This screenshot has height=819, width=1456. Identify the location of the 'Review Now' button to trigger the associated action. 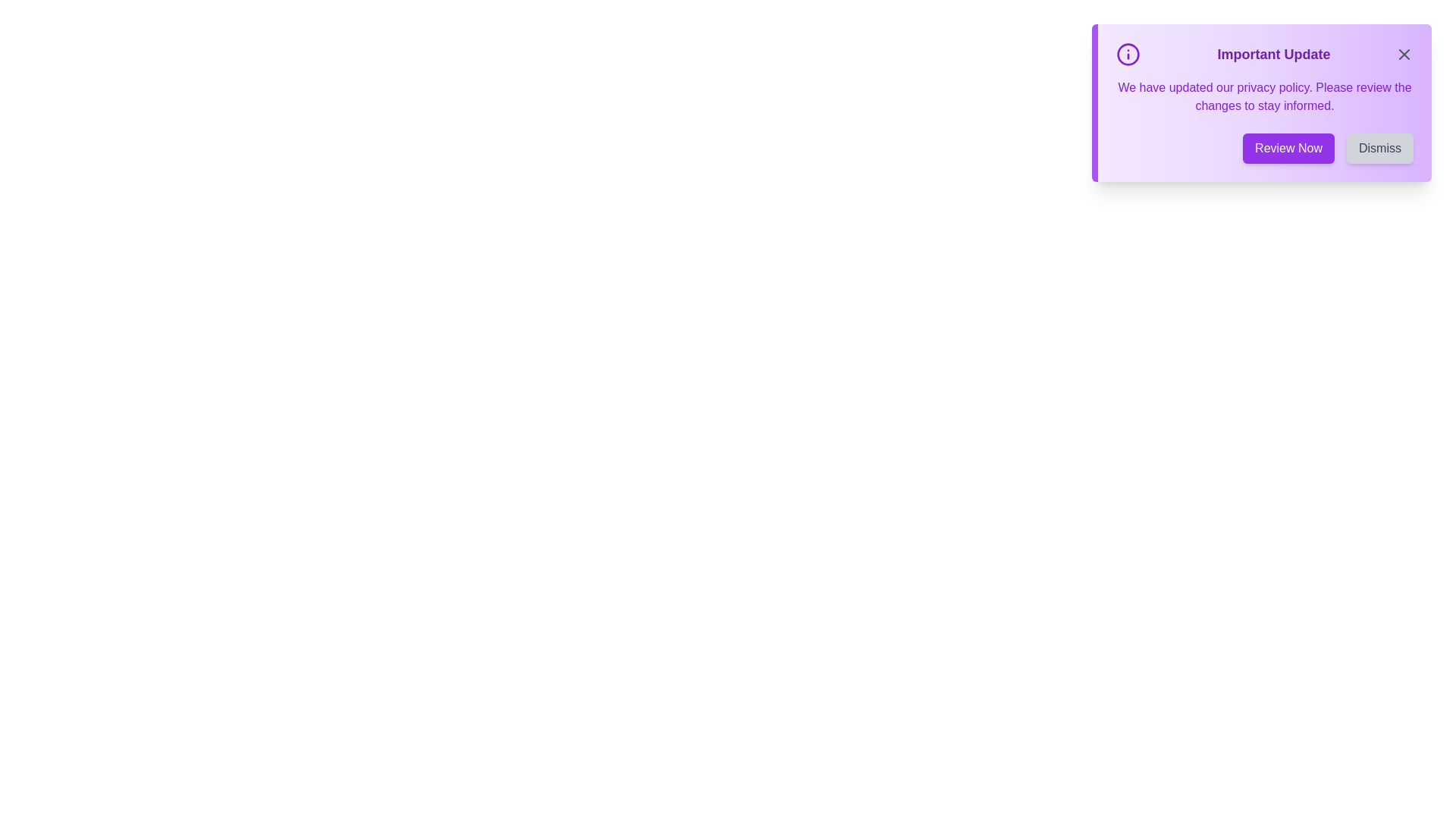
(1288, 149).